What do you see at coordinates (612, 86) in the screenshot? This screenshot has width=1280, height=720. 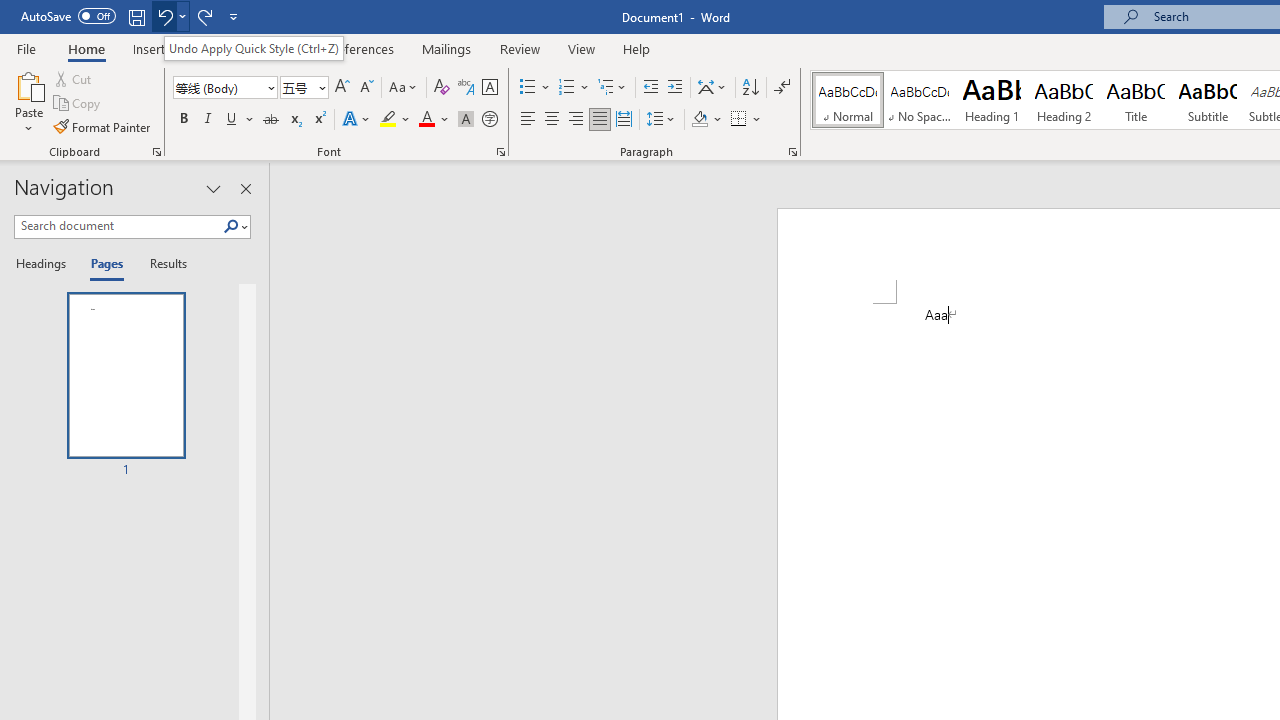 I see `'Multilevel List'` at bounding box center [612, 86].